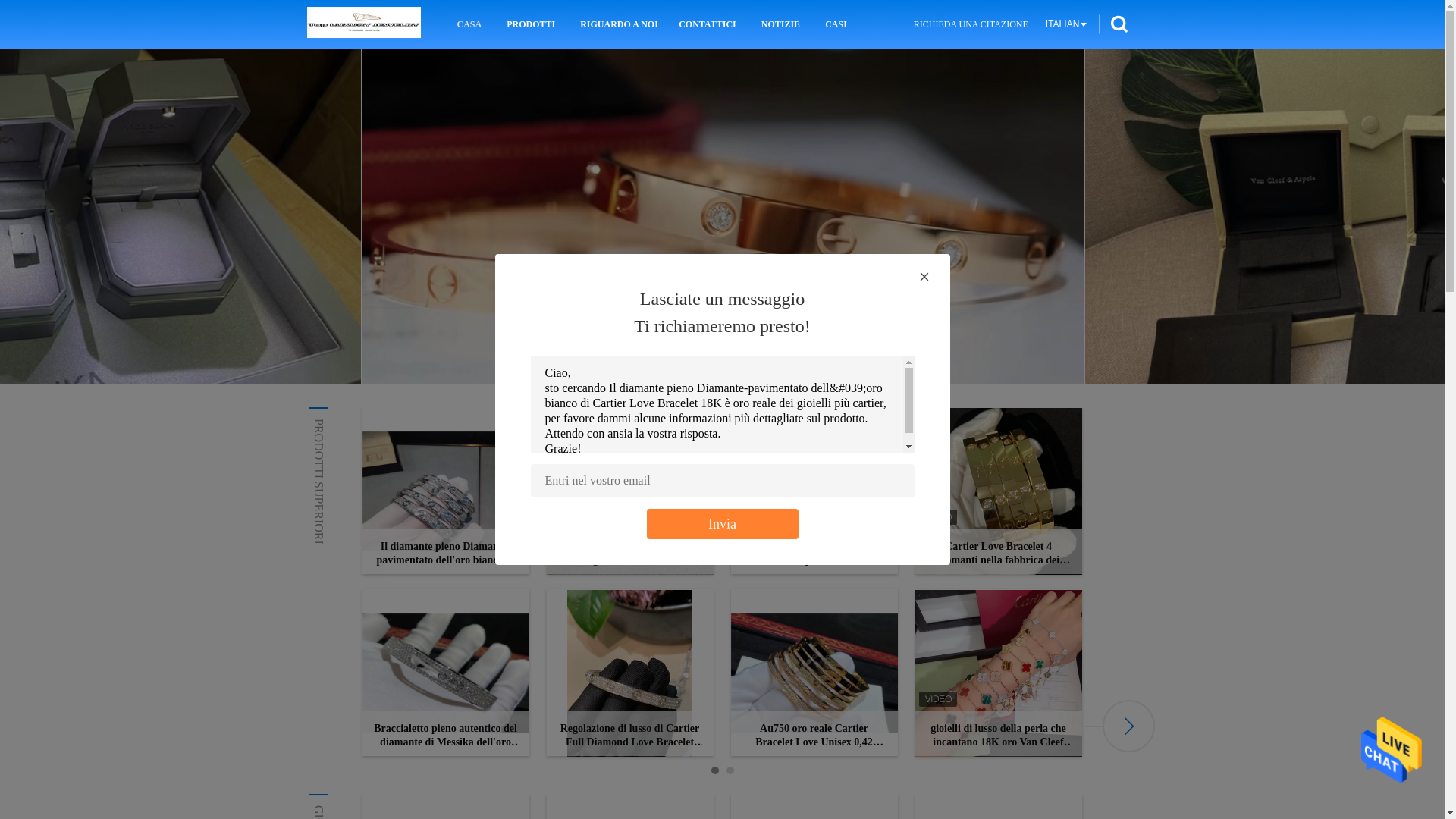  What do you see at coordinates (617, 24) in the screenshot?
I see `'RIGUARDO A NOI'` at bounding box center [617, 24].